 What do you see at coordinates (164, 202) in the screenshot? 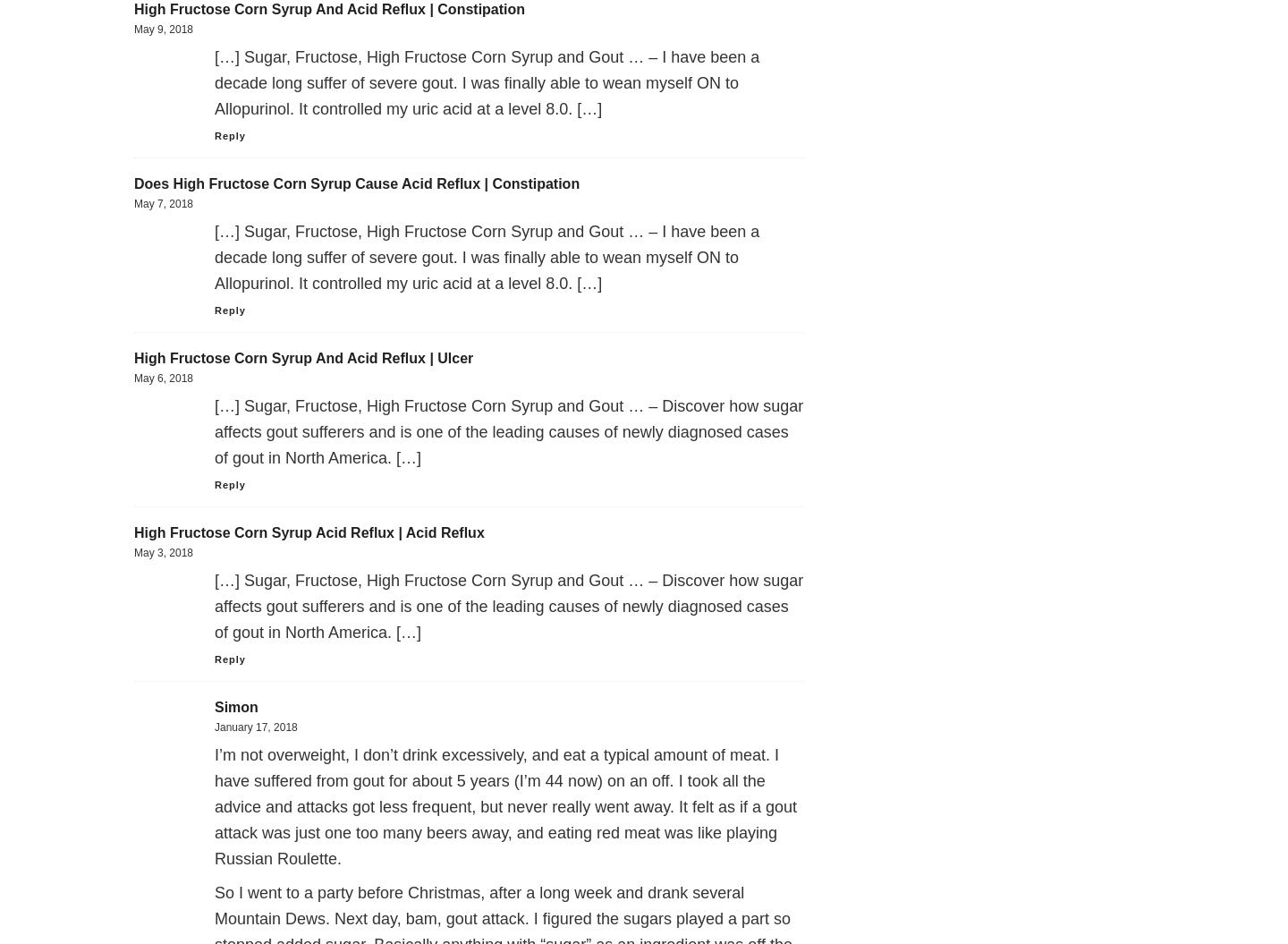
I see `'May 7, 2018'` at bounding box center [164, 202].